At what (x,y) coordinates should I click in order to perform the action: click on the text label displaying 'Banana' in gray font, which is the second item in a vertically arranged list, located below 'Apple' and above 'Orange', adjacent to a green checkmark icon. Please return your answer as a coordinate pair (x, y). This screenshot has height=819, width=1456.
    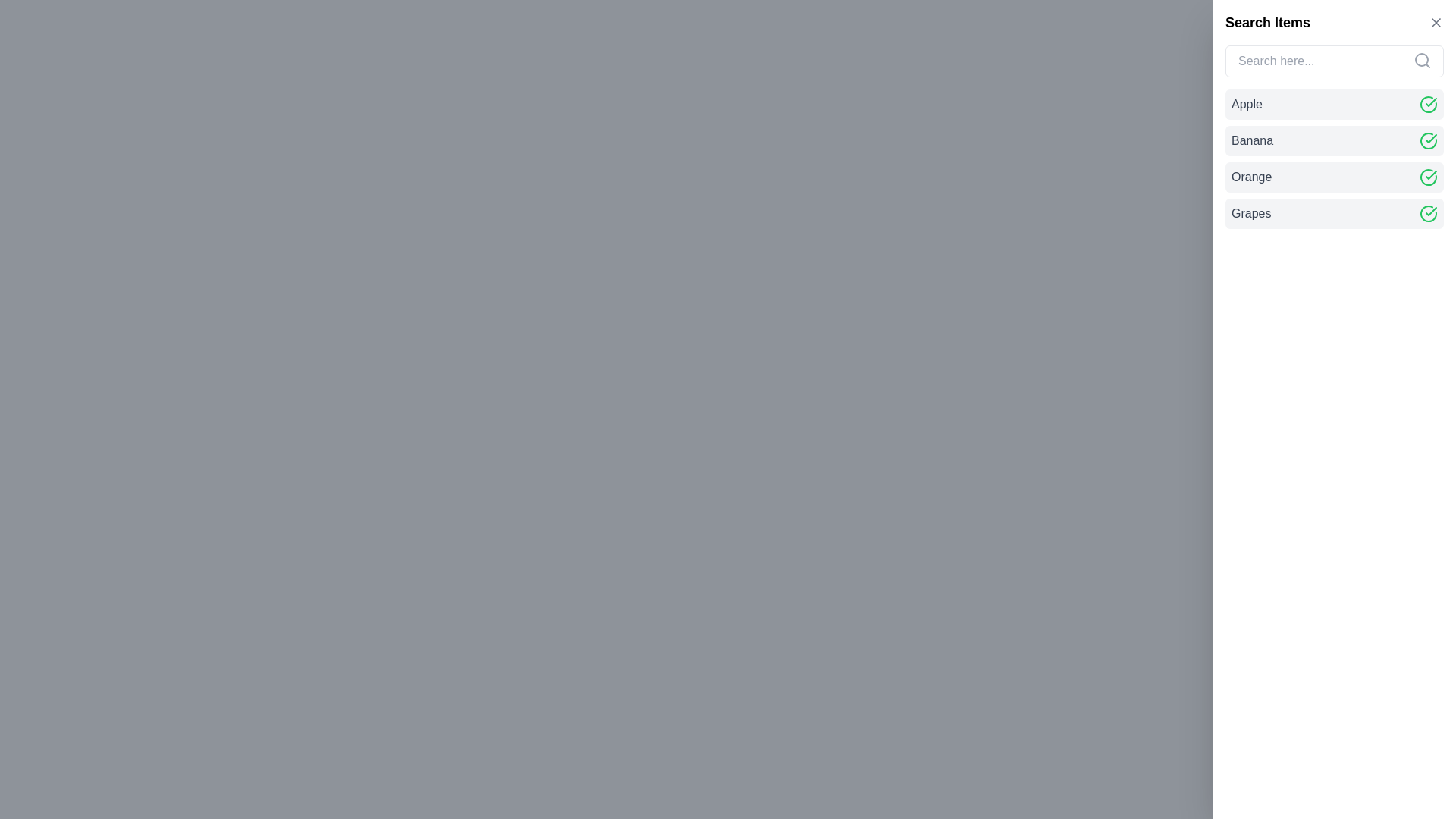
    Looking at the image, I should click on (1252, 140).